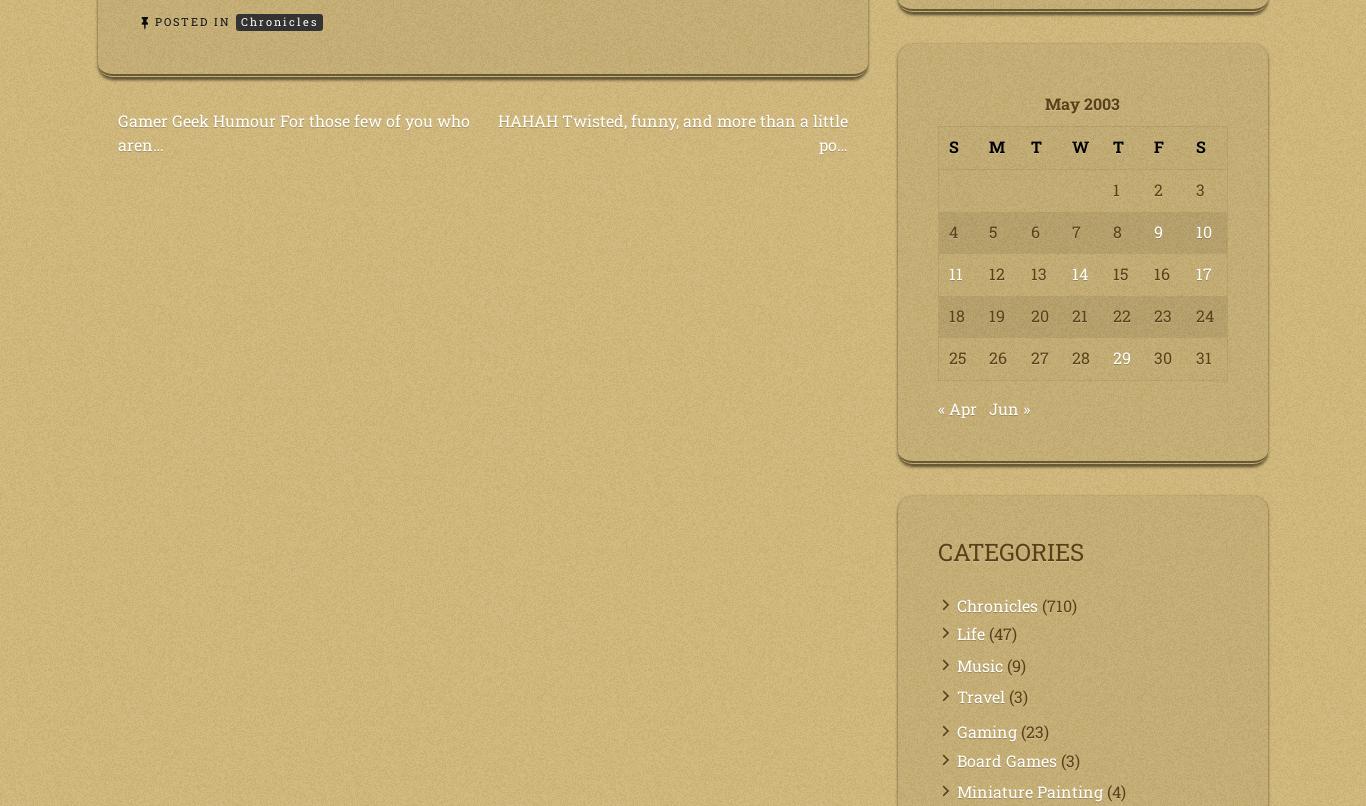 The height and width of the screenshot is (806, 1366). Describe the element at coordinates (1158, 188) in the screenshot. I see `'2'` at that location.